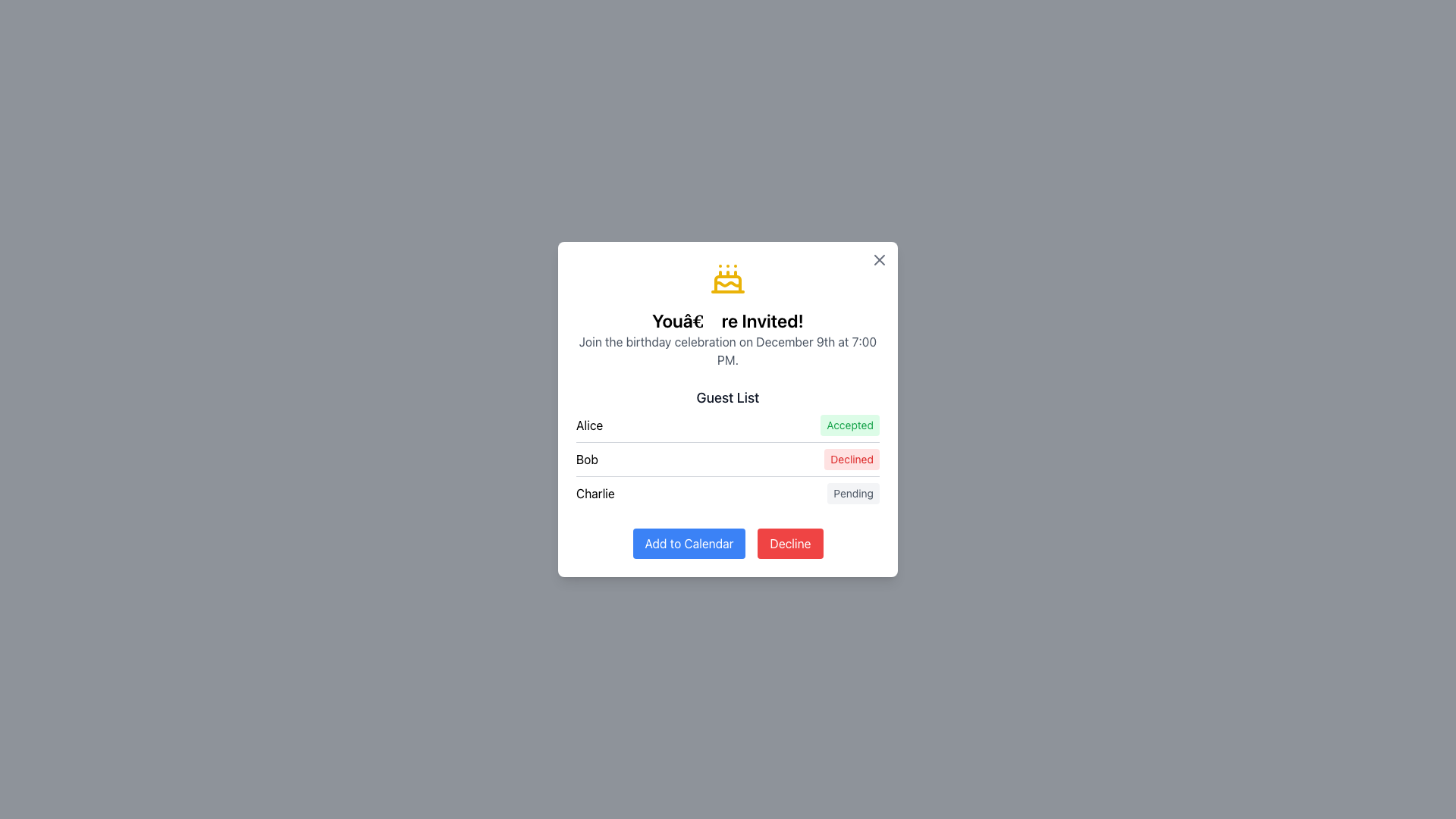 This screenshot has width=1456, height=819. What do you see at coordinates (728, 278) in the screenshot?
I see `the birthday cake icon with three candles located at the top-center of the dialog box, above the title text 'You’re Invited!'` at bounding box center [728, 278].